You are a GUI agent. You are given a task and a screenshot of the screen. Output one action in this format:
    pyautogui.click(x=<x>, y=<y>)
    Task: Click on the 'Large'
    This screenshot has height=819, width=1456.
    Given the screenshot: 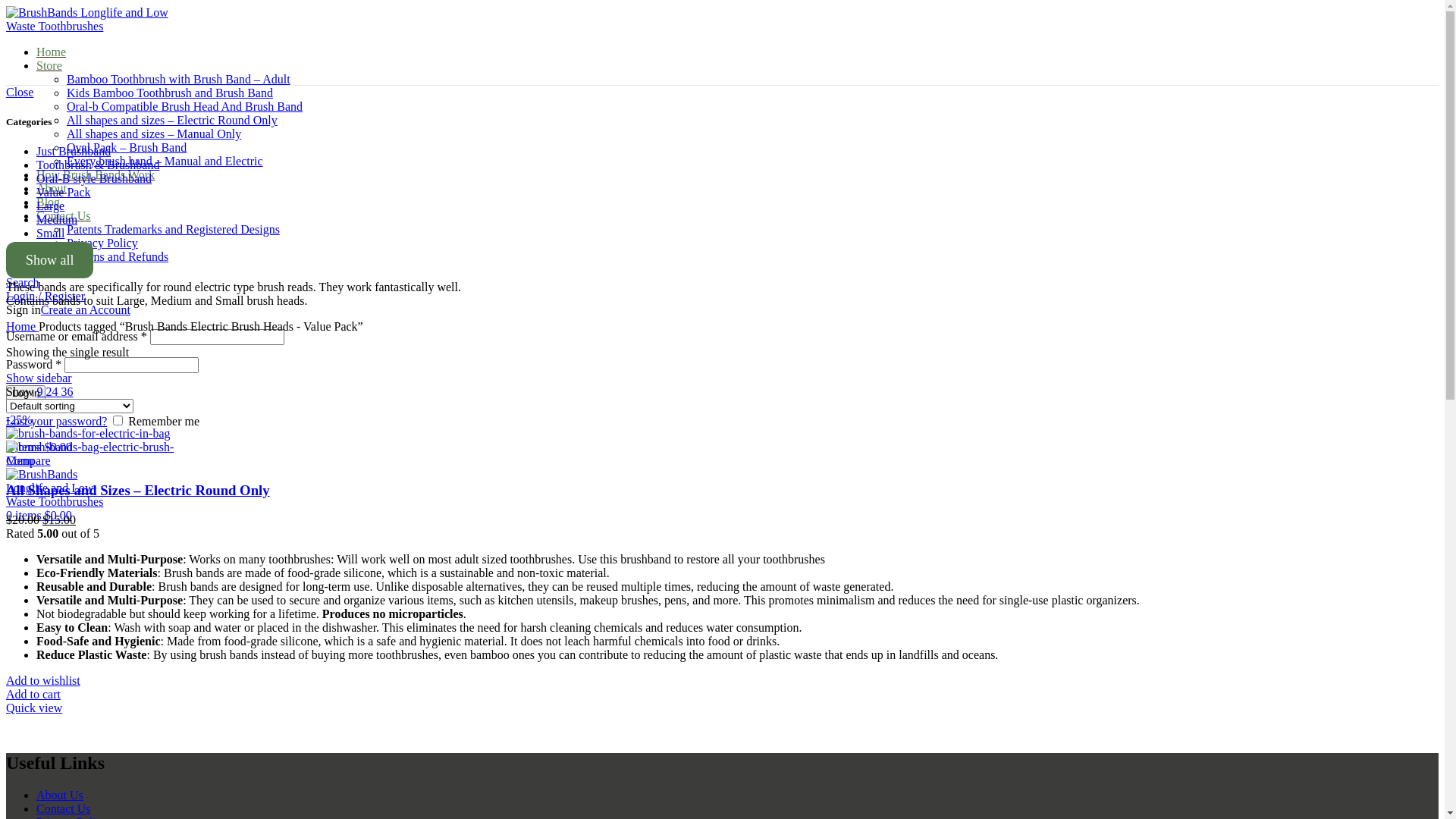 What is the action you would take?
    pyautogui.click(x=50, y=206)
    